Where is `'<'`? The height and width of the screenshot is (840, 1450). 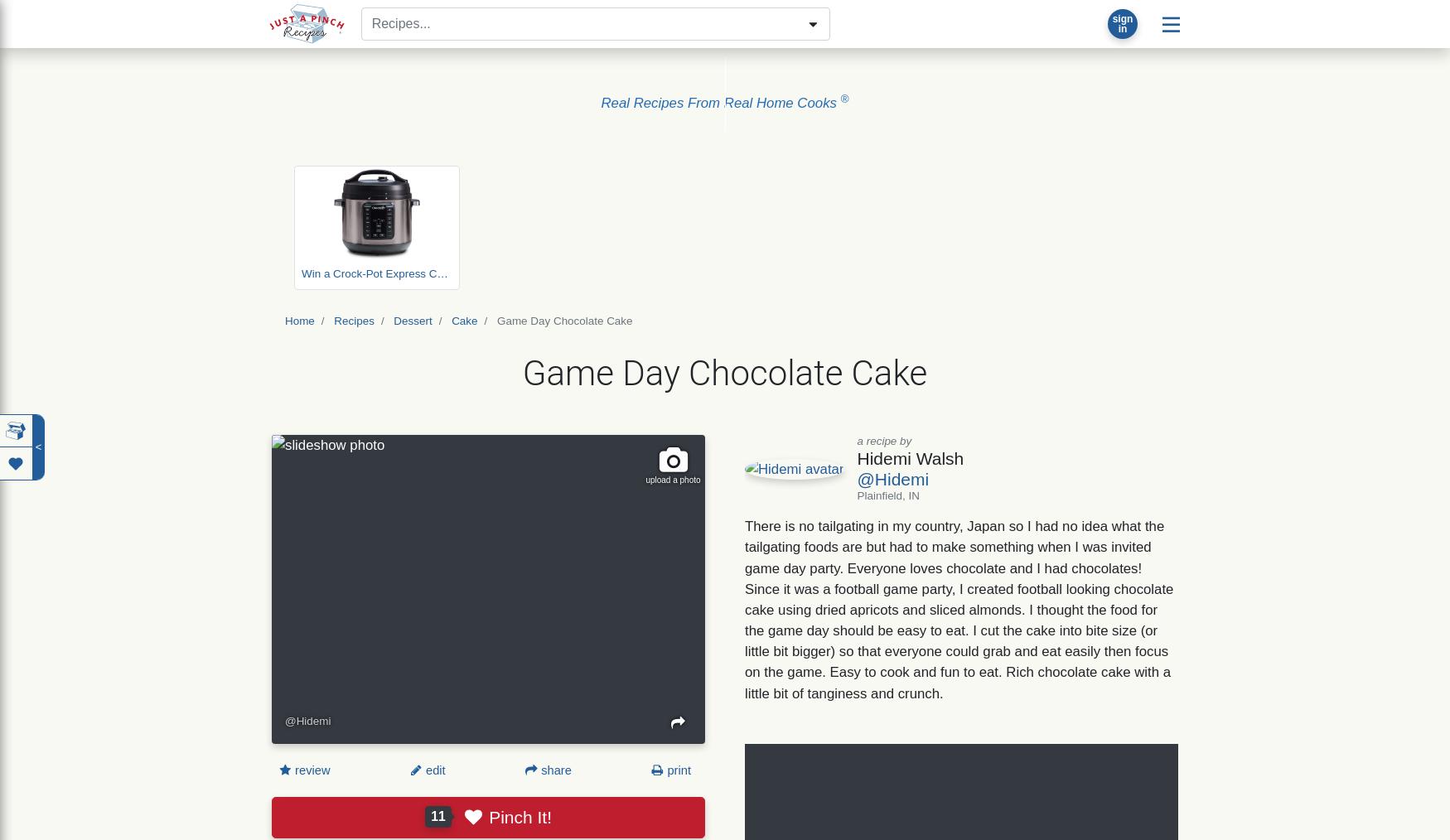
'<' is located at coordinates (37, 446).